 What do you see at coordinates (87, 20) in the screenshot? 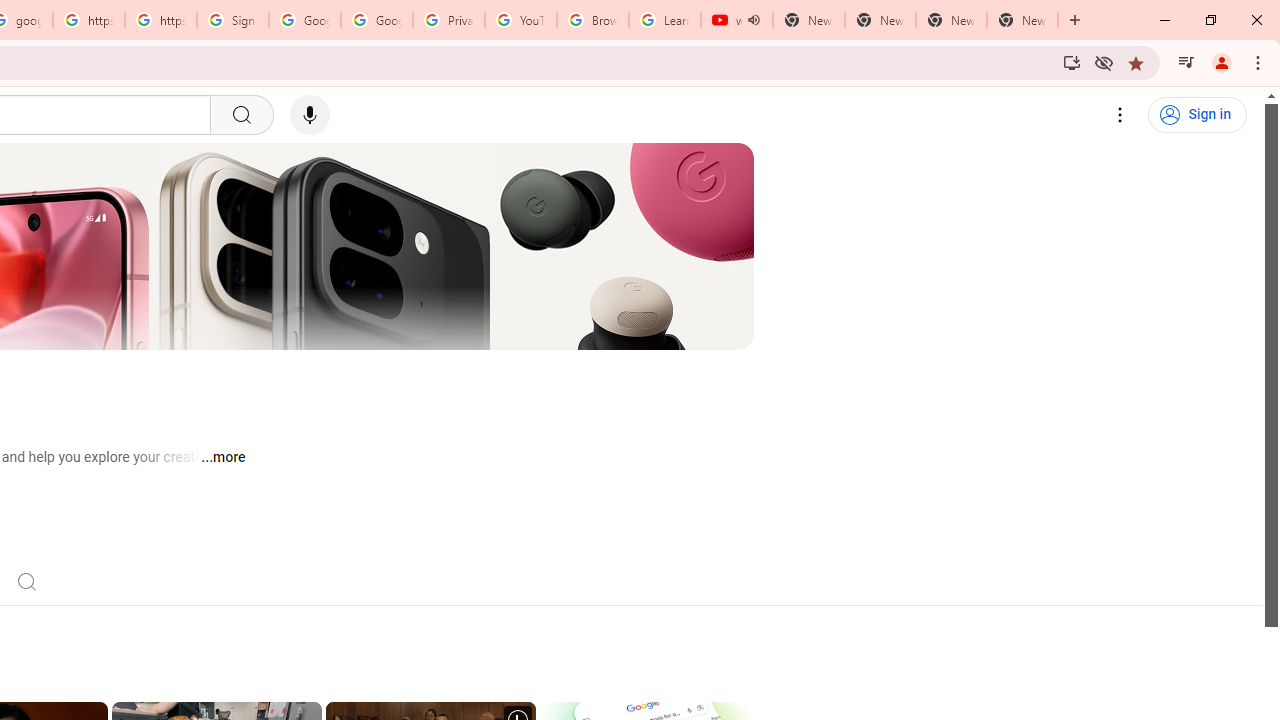
I see `'https://scholar.google.com/'` at bounding box center [87, 20].